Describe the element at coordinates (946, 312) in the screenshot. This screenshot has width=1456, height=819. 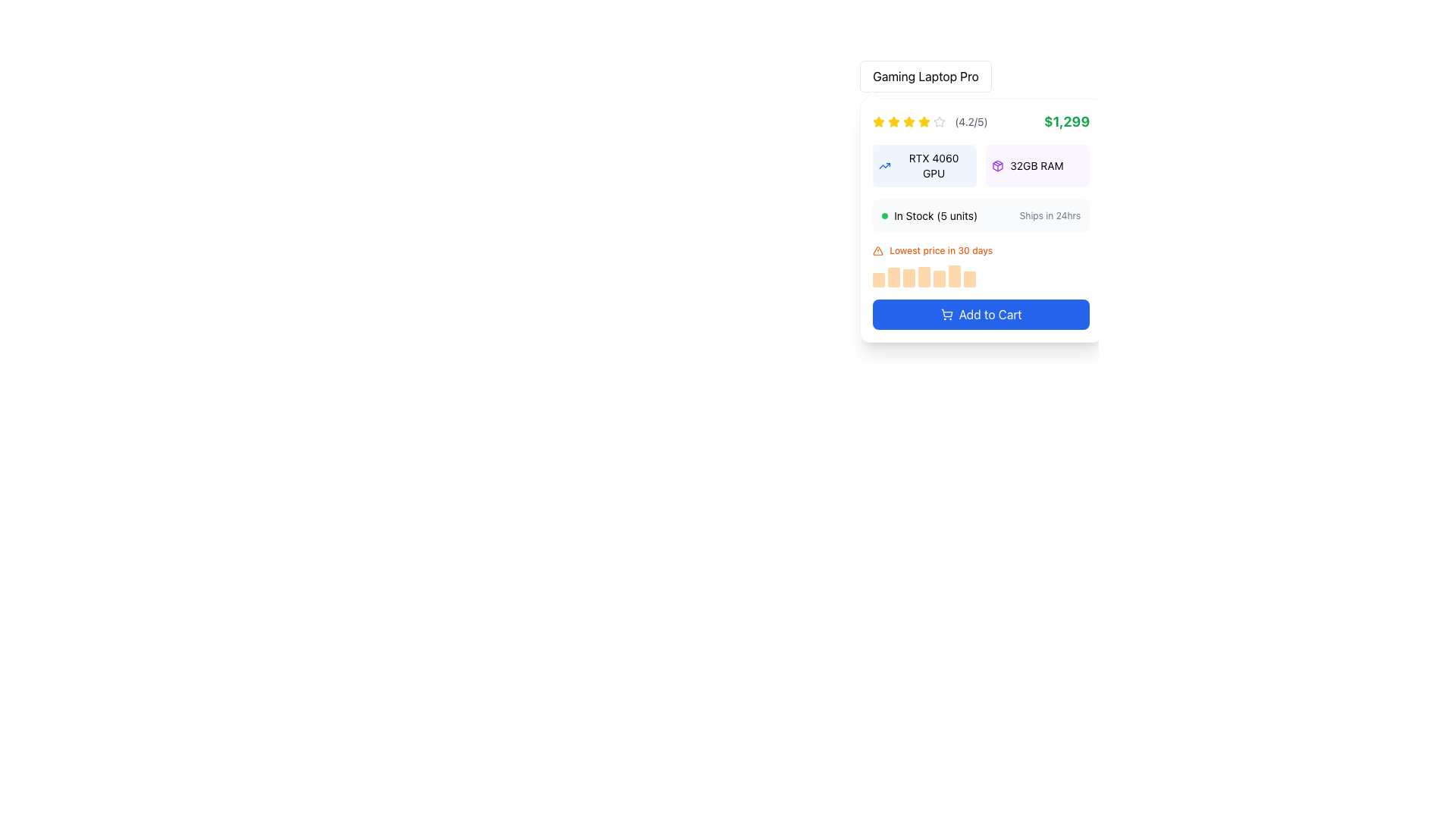
I see `the visual representation of the shopping cart SVG icon located in the bottom-right corner of the interface` at that location.